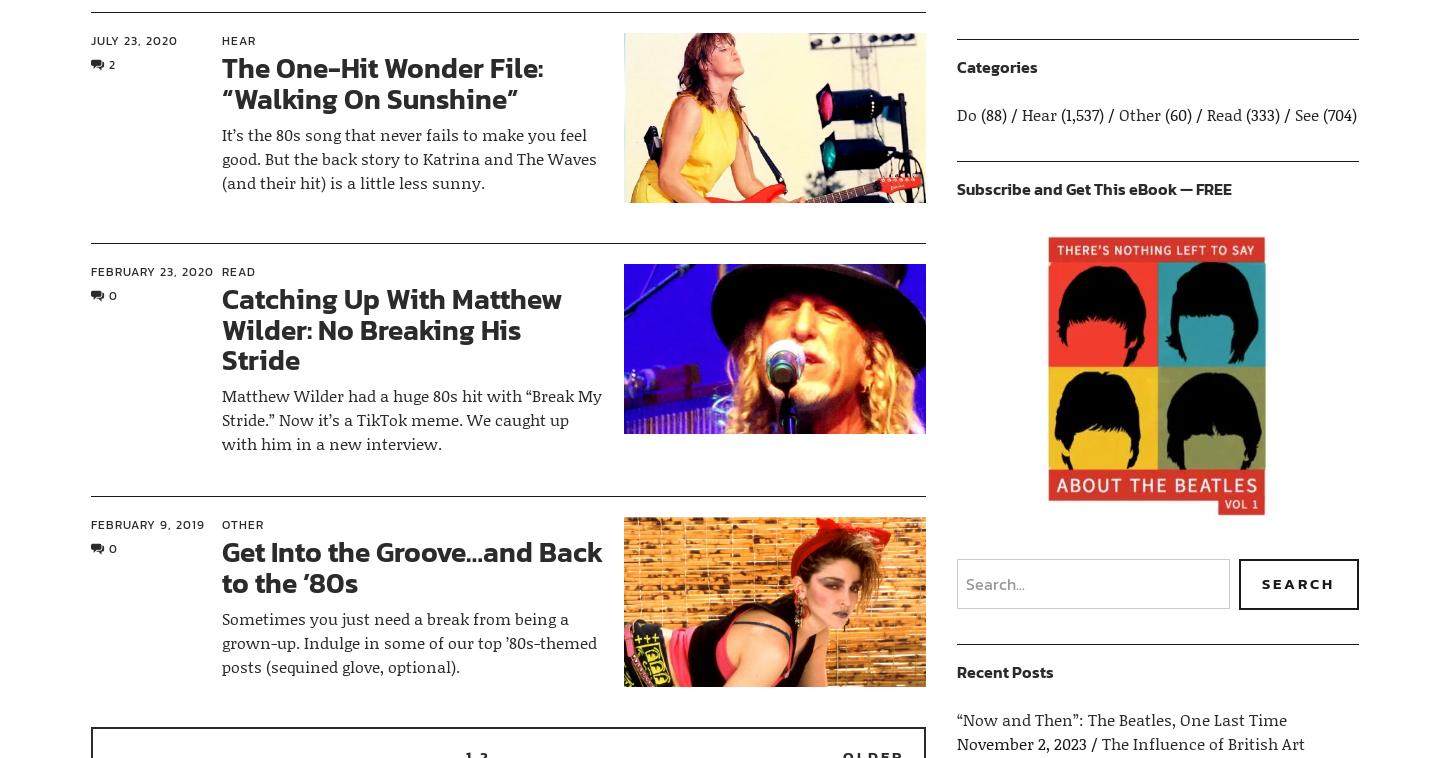  I want to click on 'Sometimes you just need a break from being a grown-up.  Indulge in some of our top ’80s-themed posts (sequined glove, optional).', so click(407, 642).